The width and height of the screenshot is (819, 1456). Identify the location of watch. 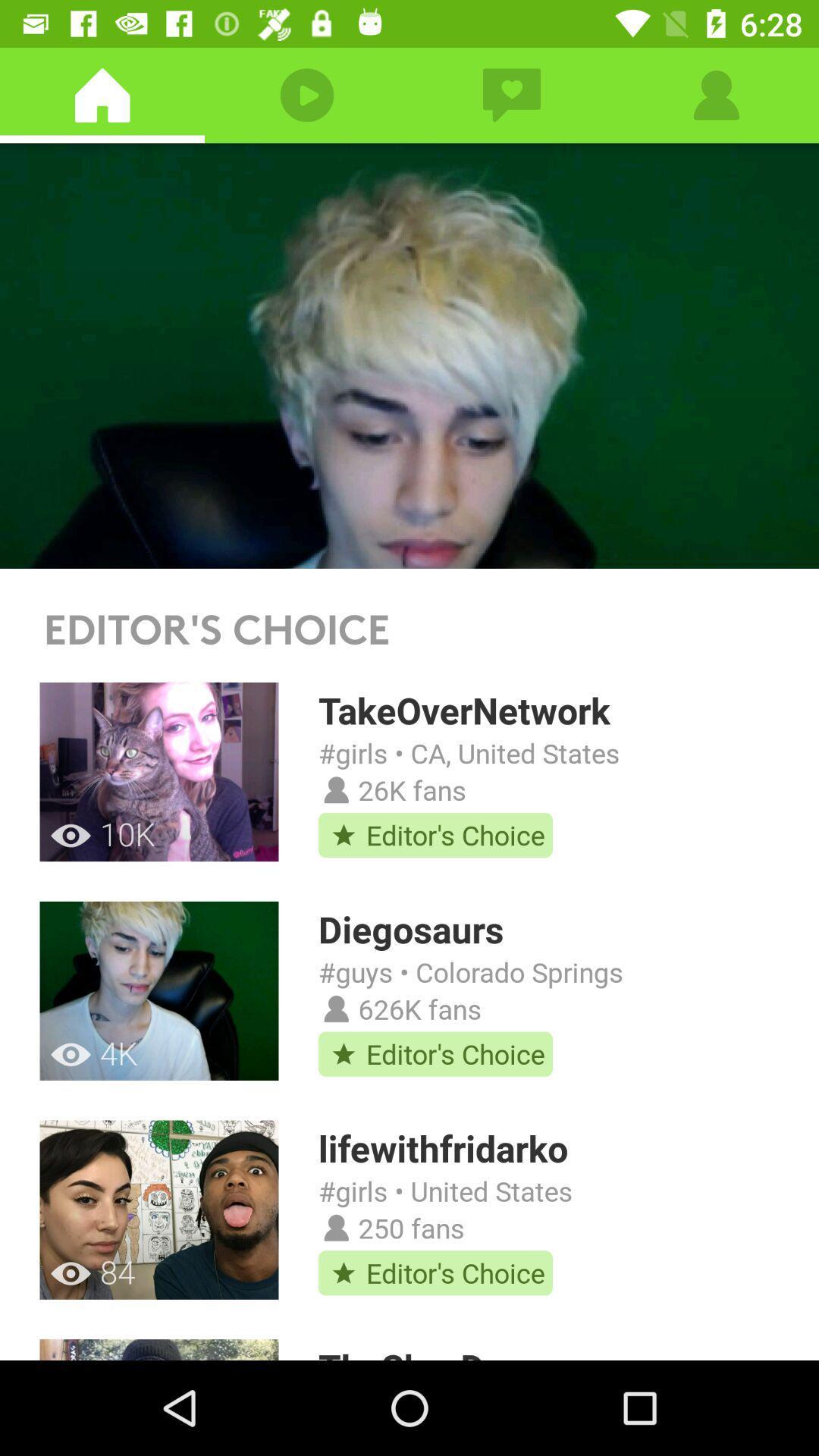
(409, 355).